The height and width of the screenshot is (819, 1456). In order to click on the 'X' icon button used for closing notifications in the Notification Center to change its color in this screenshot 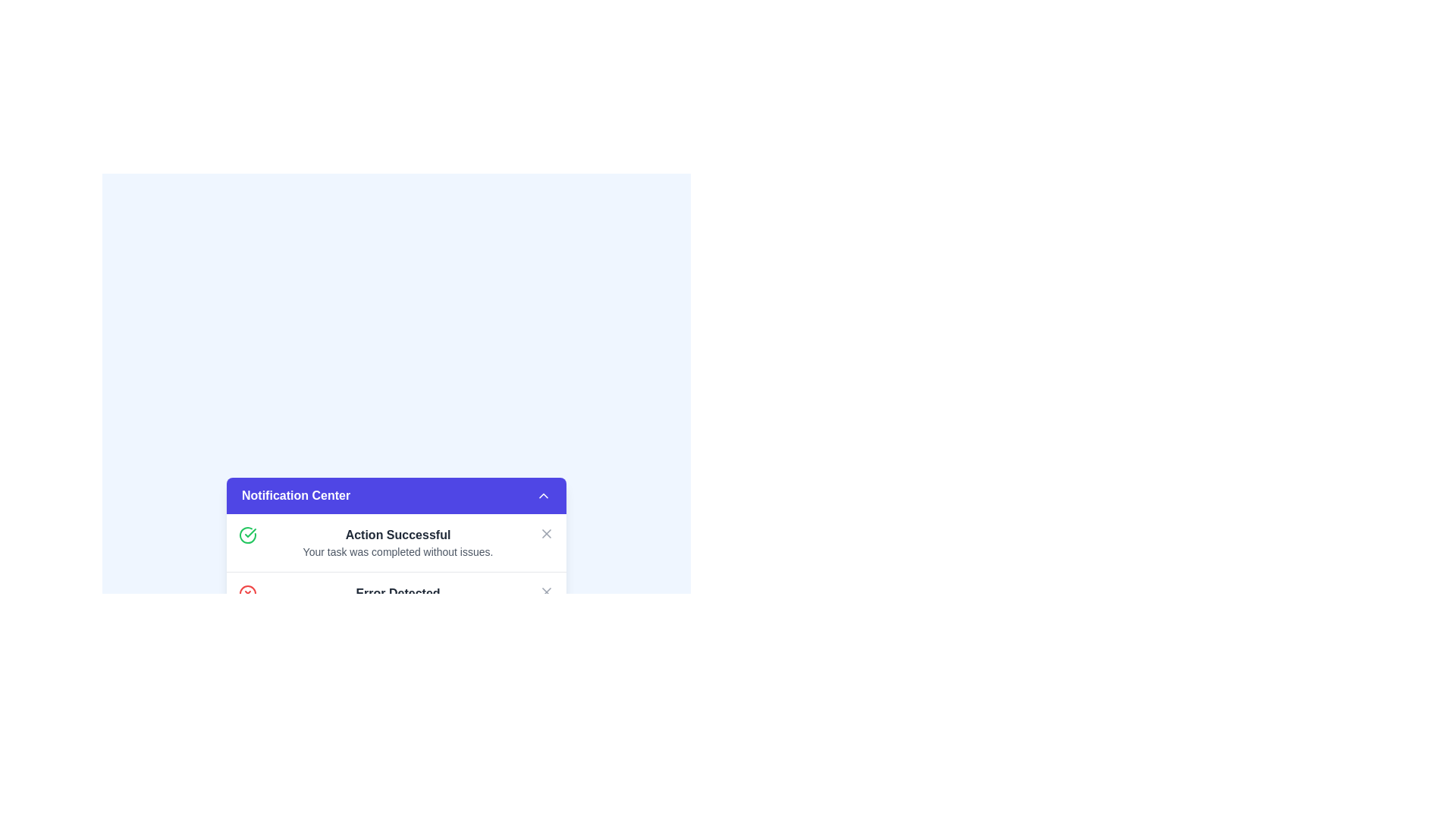, I will do `click(546, 533)`.